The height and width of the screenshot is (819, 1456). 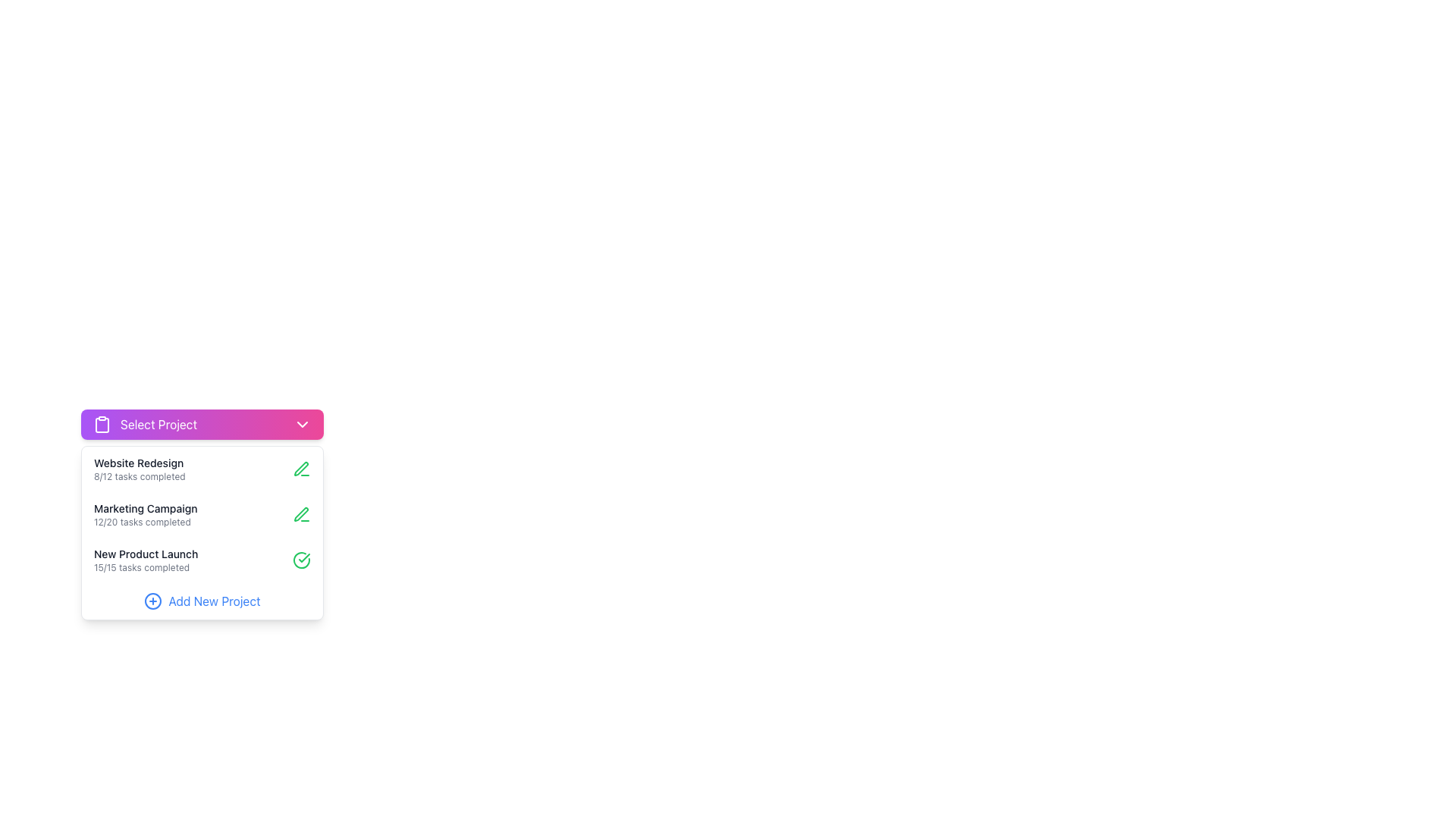 What do you see at coordinates (140, 468) in the screenshot?
I see `the textual display component that shows the project's title 'Website Redesign' and its progress status '8/12 tasks completed'` at bounding box center [140, 468].